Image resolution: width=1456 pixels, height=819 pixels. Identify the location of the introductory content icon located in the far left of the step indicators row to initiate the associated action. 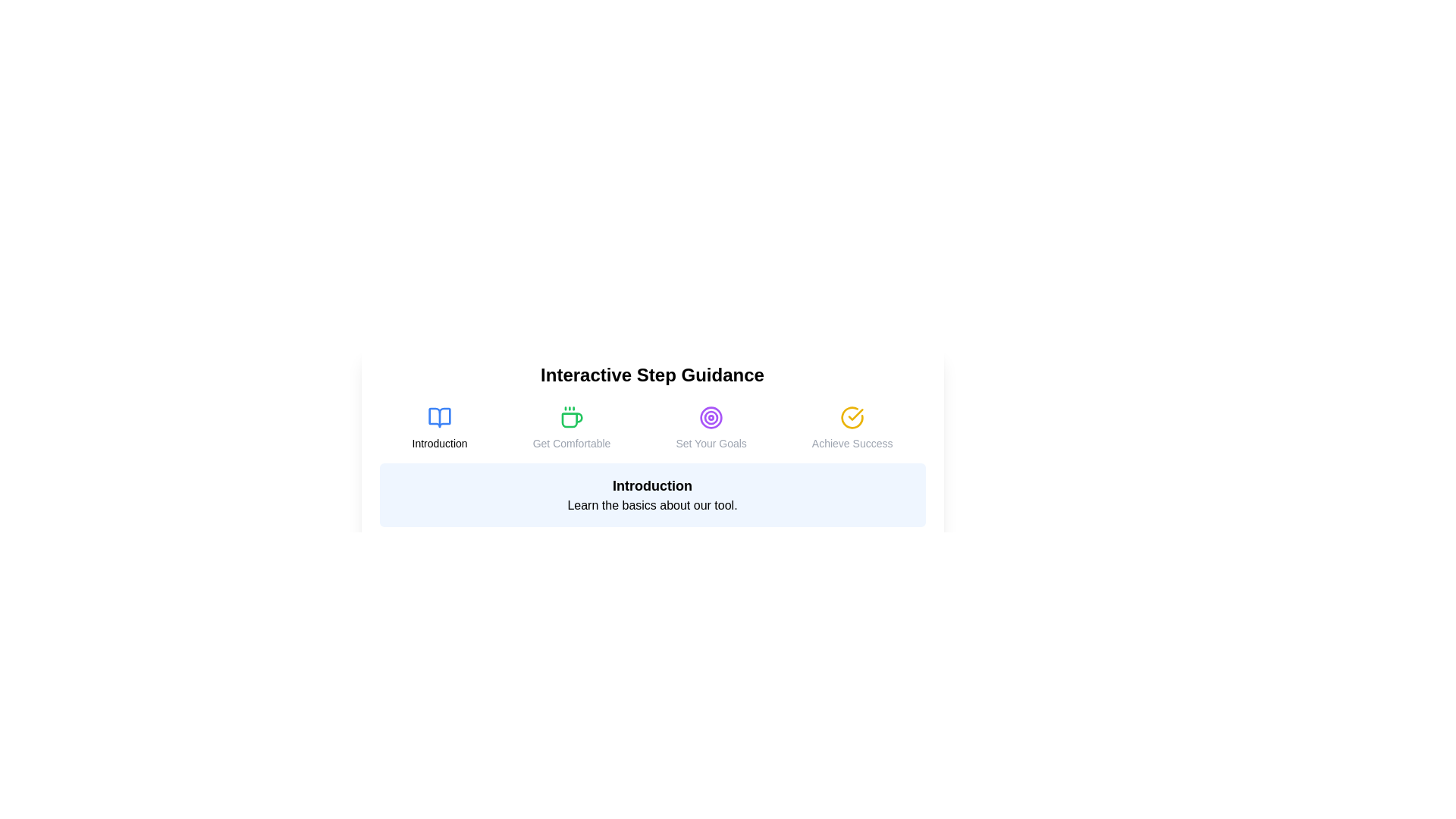
(439, 418).